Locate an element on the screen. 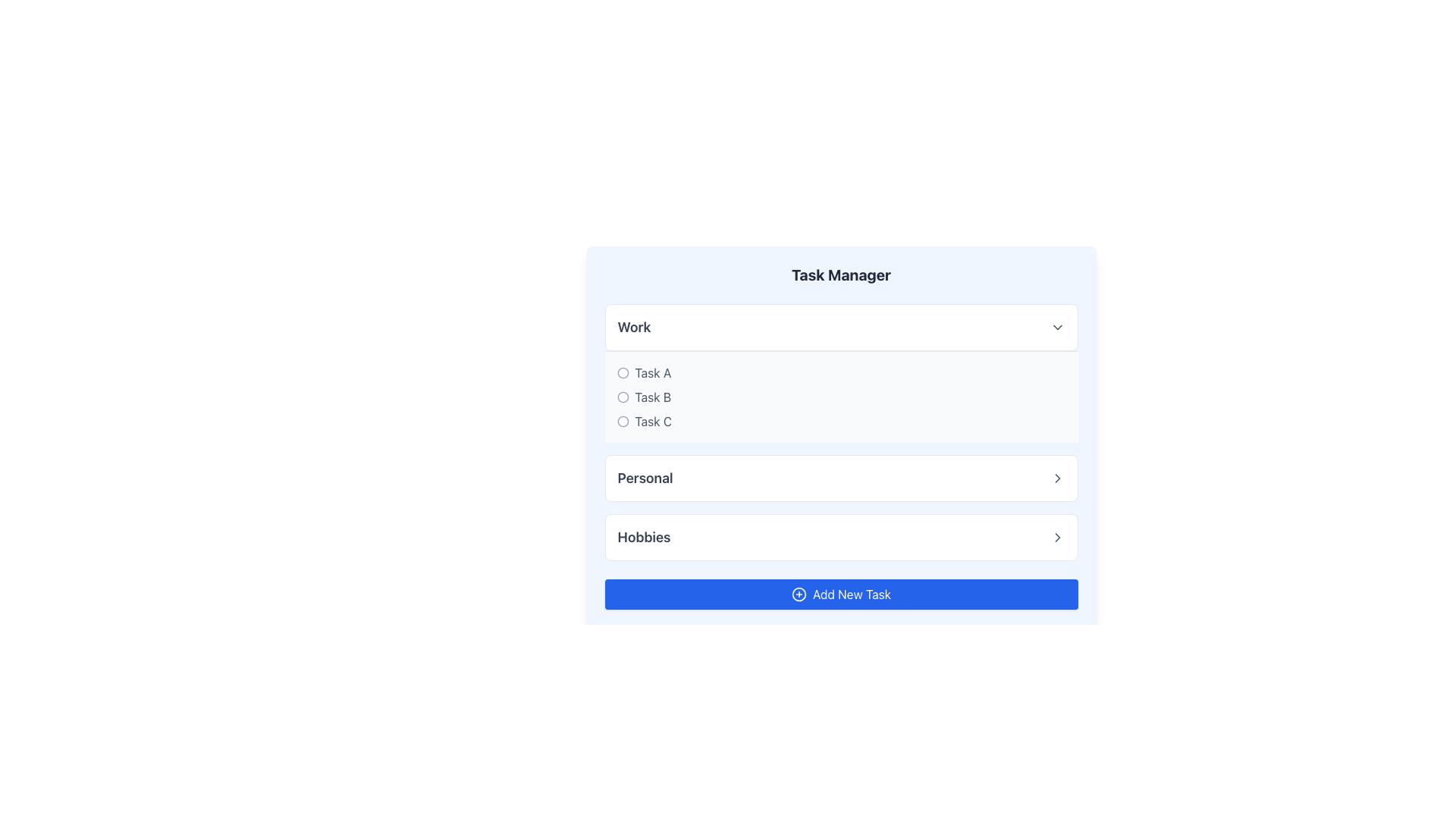  the rightward-pointing chevron icon, which is styled in a gray tone and is located next to the 'Personal' label, indicating a navigation or dropdown option is located at coordinates (1056, 479).